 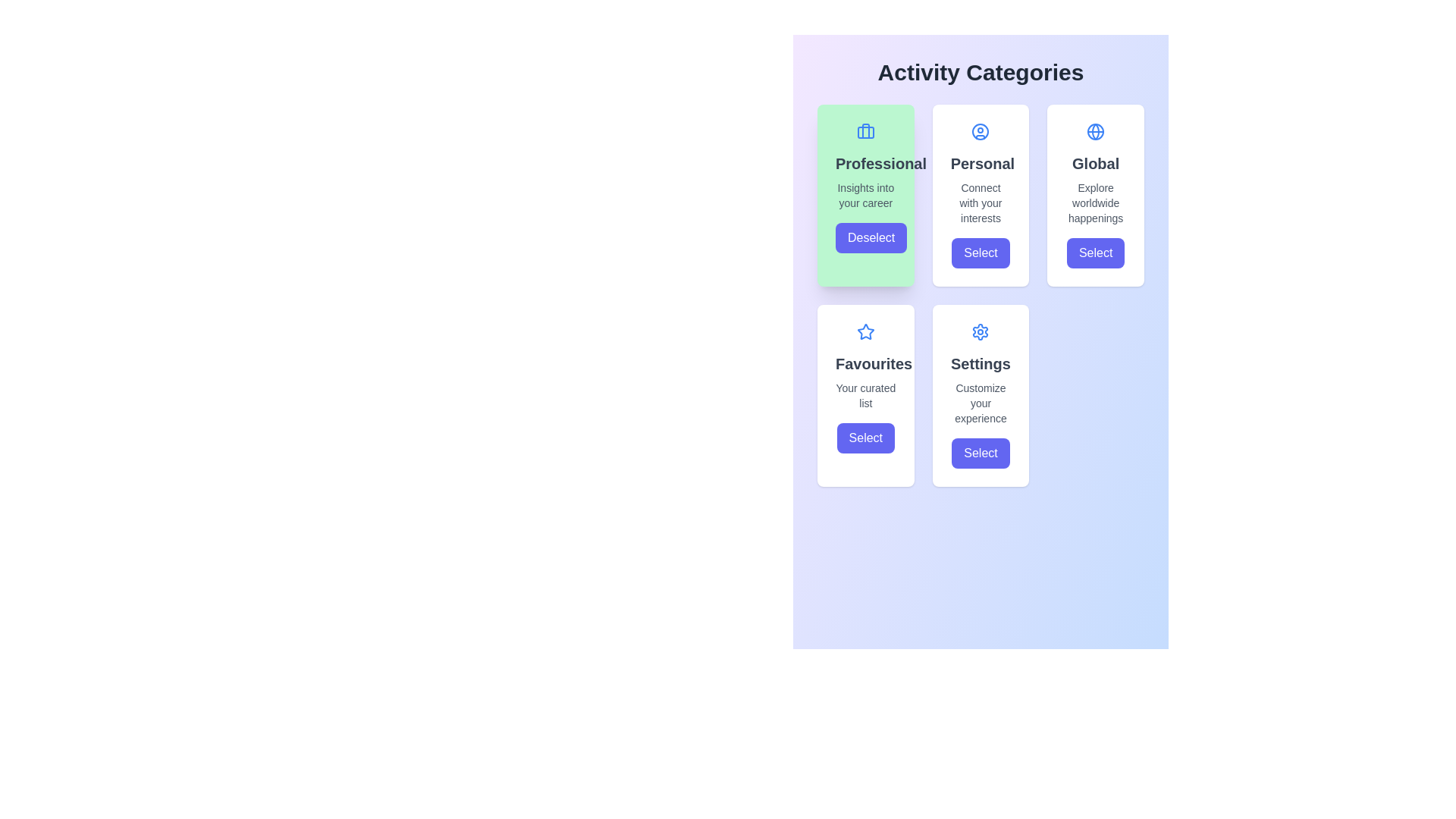 I want to click on the 'Select' button located at the bottom of the card with a white background and rounded edges, which contains the text 'Favourites' and a blue outlined star icon, so click(x=865, y=394).